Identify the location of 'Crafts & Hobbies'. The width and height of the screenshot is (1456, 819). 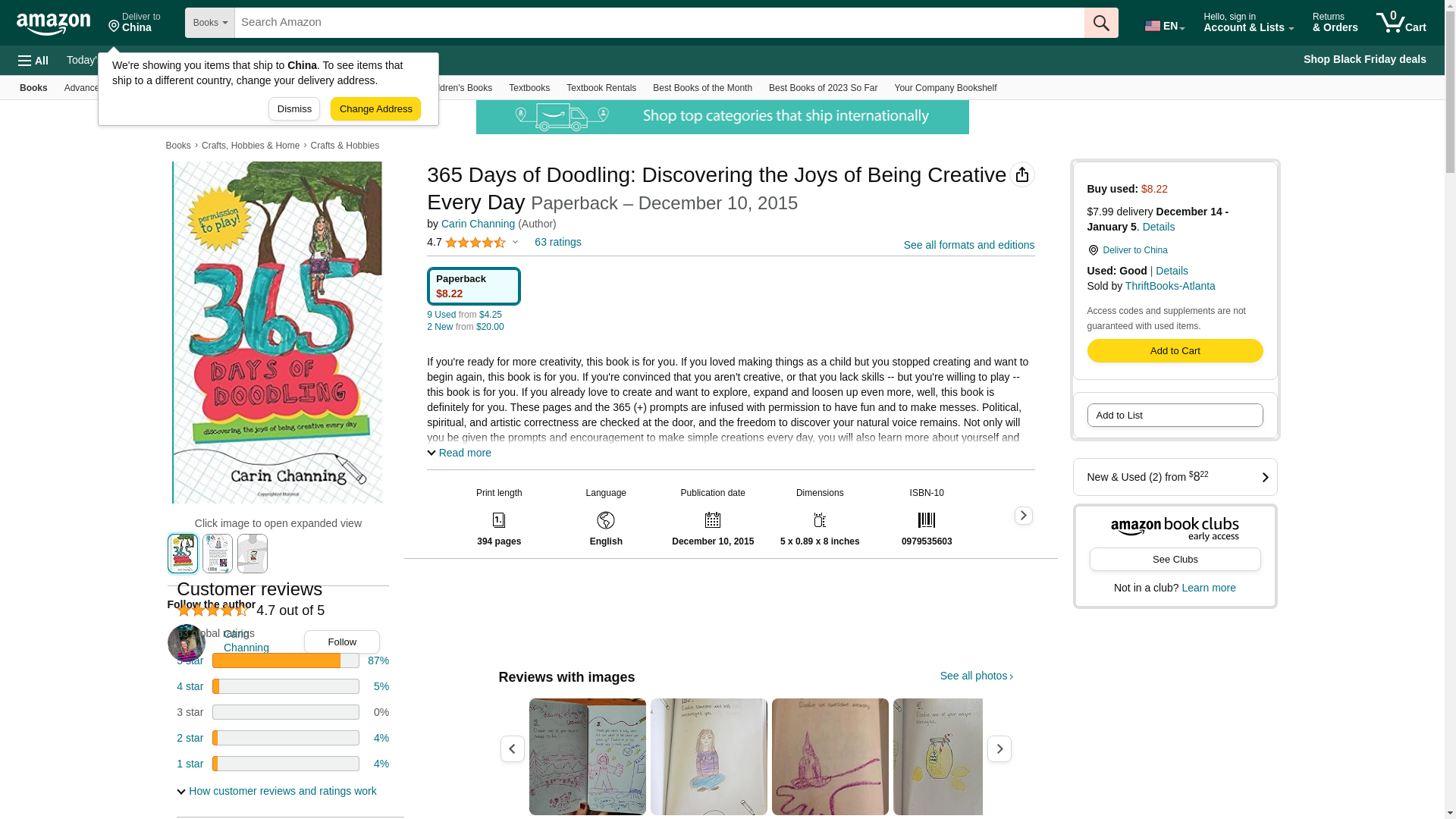
(344, 146).